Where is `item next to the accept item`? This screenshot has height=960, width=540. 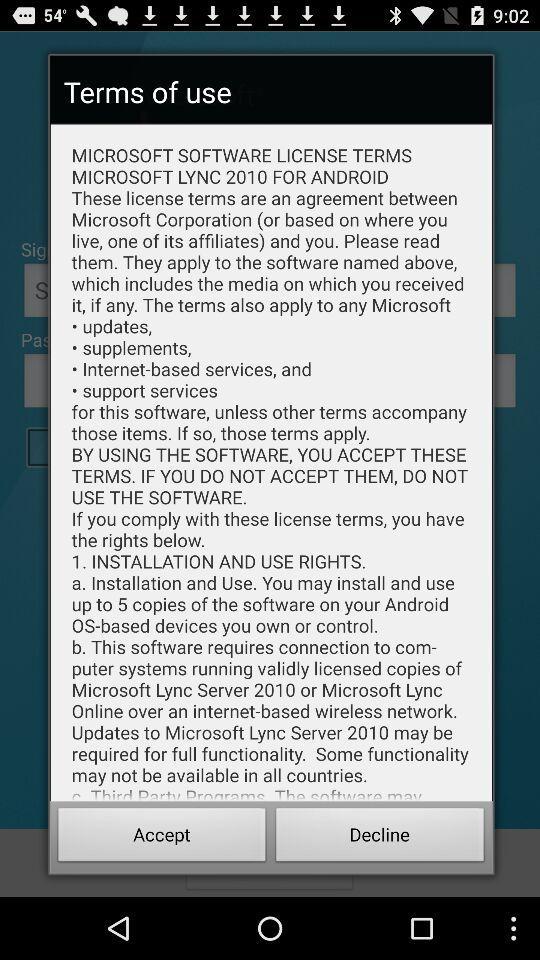 item next to the accept item is located at coordinates (380, 837).